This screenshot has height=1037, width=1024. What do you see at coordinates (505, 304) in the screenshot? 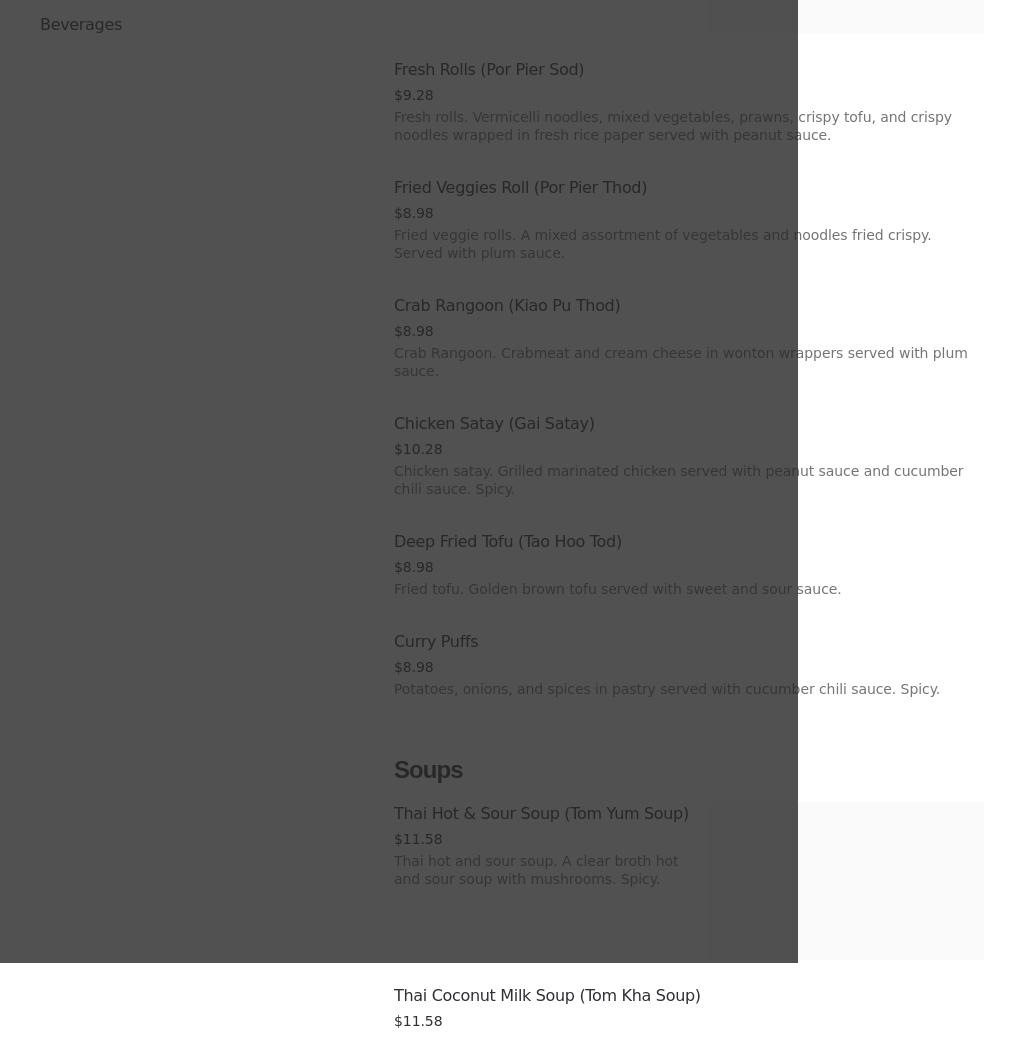
I see `'Crab Rangoon (Kiao Pu Thod)'` at bounding box center [505, 304].